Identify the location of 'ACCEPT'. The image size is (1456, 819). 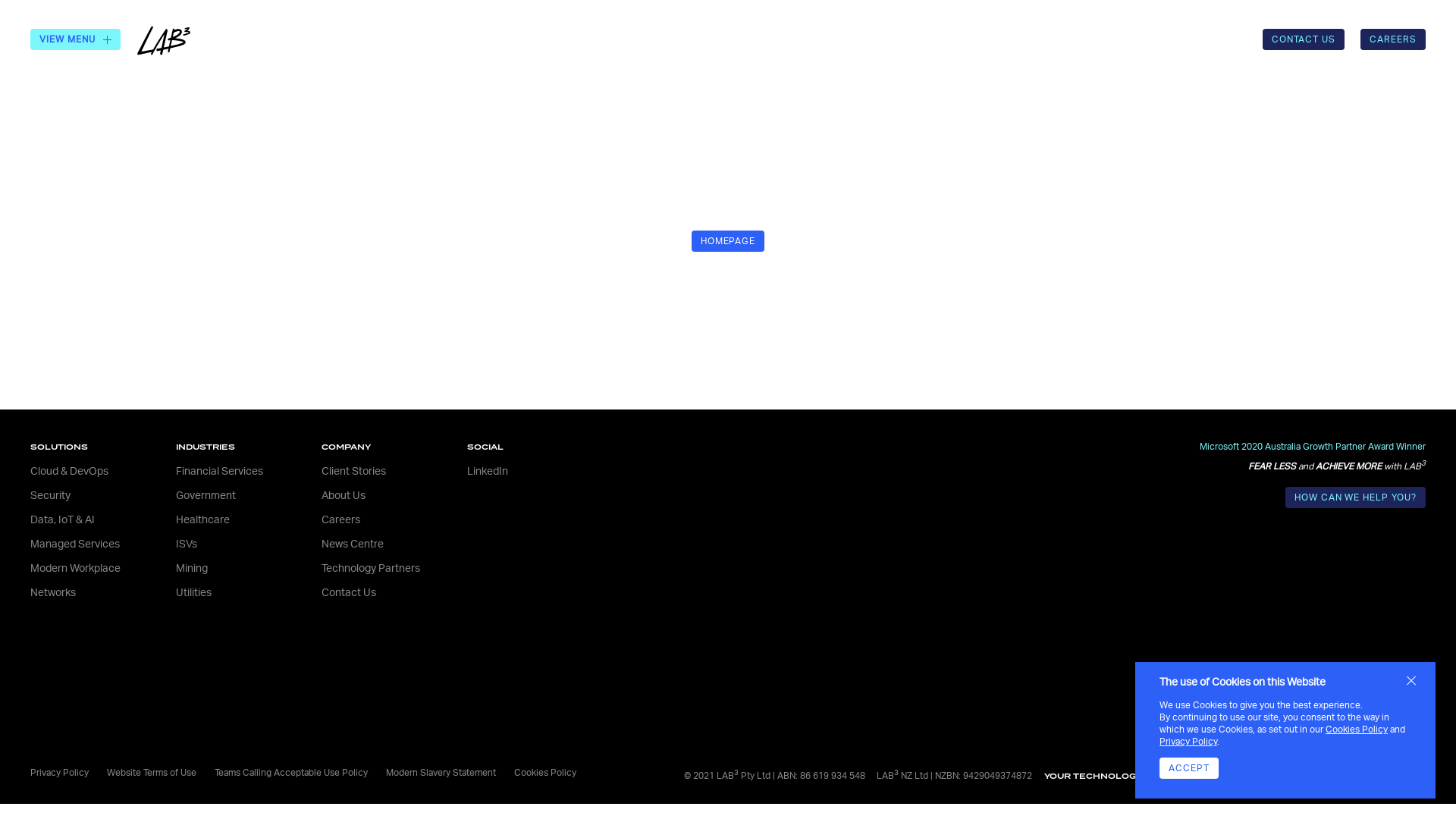
(1188, 768).